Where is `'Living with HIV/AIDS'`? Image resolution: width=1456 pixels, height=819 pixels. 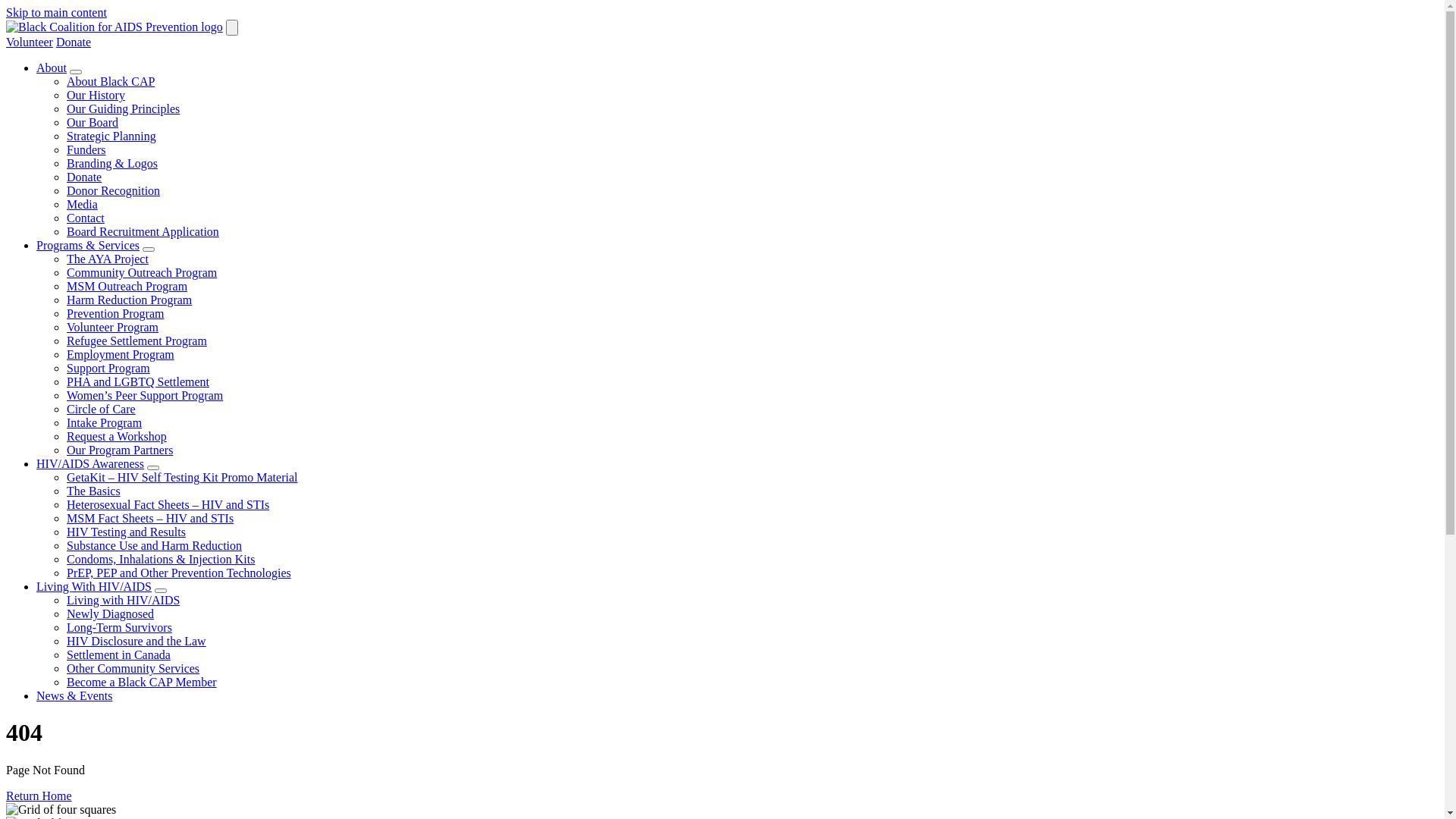
'Living with HIV/AIDS' is located at coordinates (65, 599).